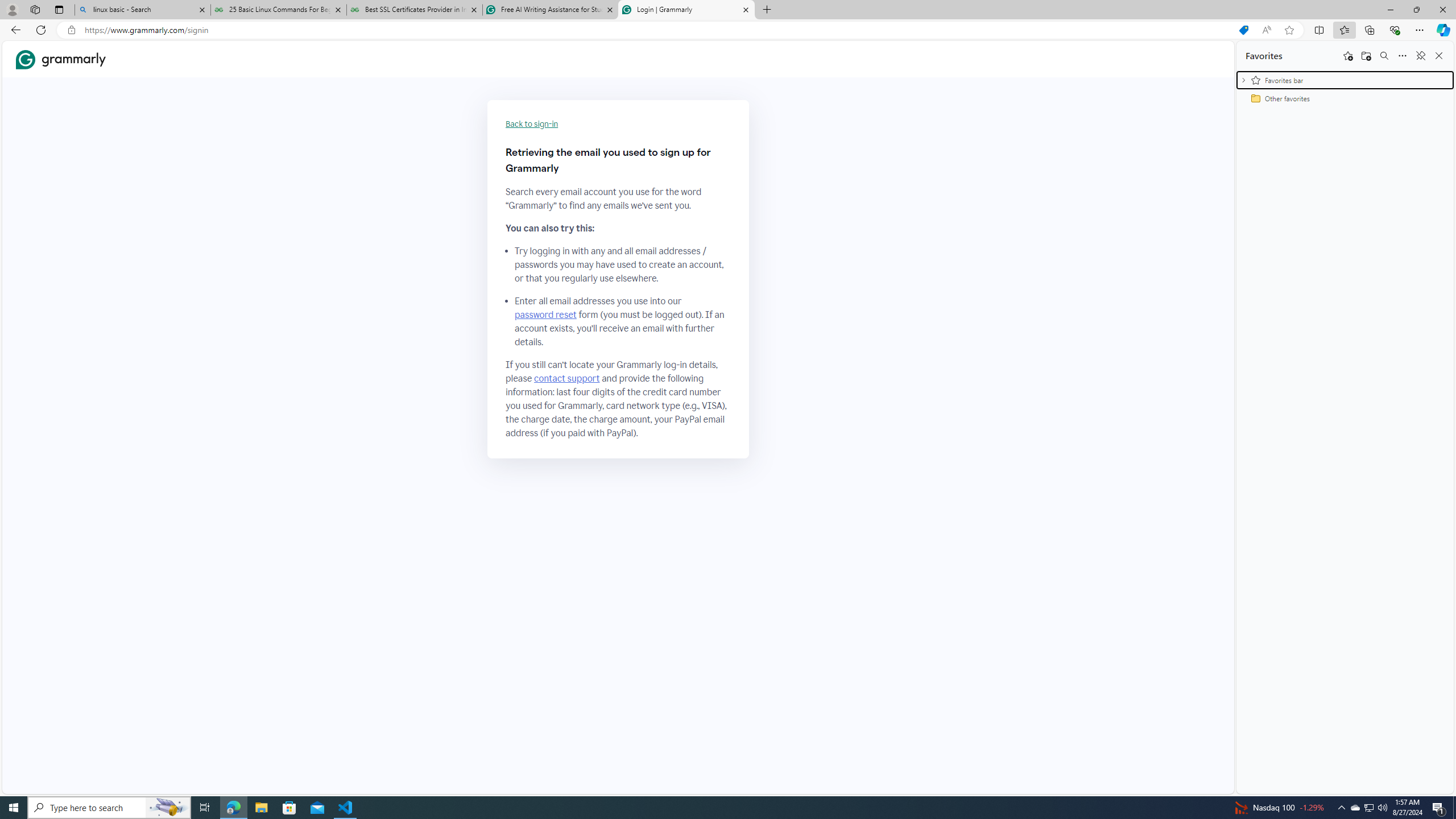 The image size is (1456, 819). Describe the element at coordinates (278, 9) in the screenshot. I see `'25 Basic Linux Commands For Beginners - GeeksforGeeks'` at that location.